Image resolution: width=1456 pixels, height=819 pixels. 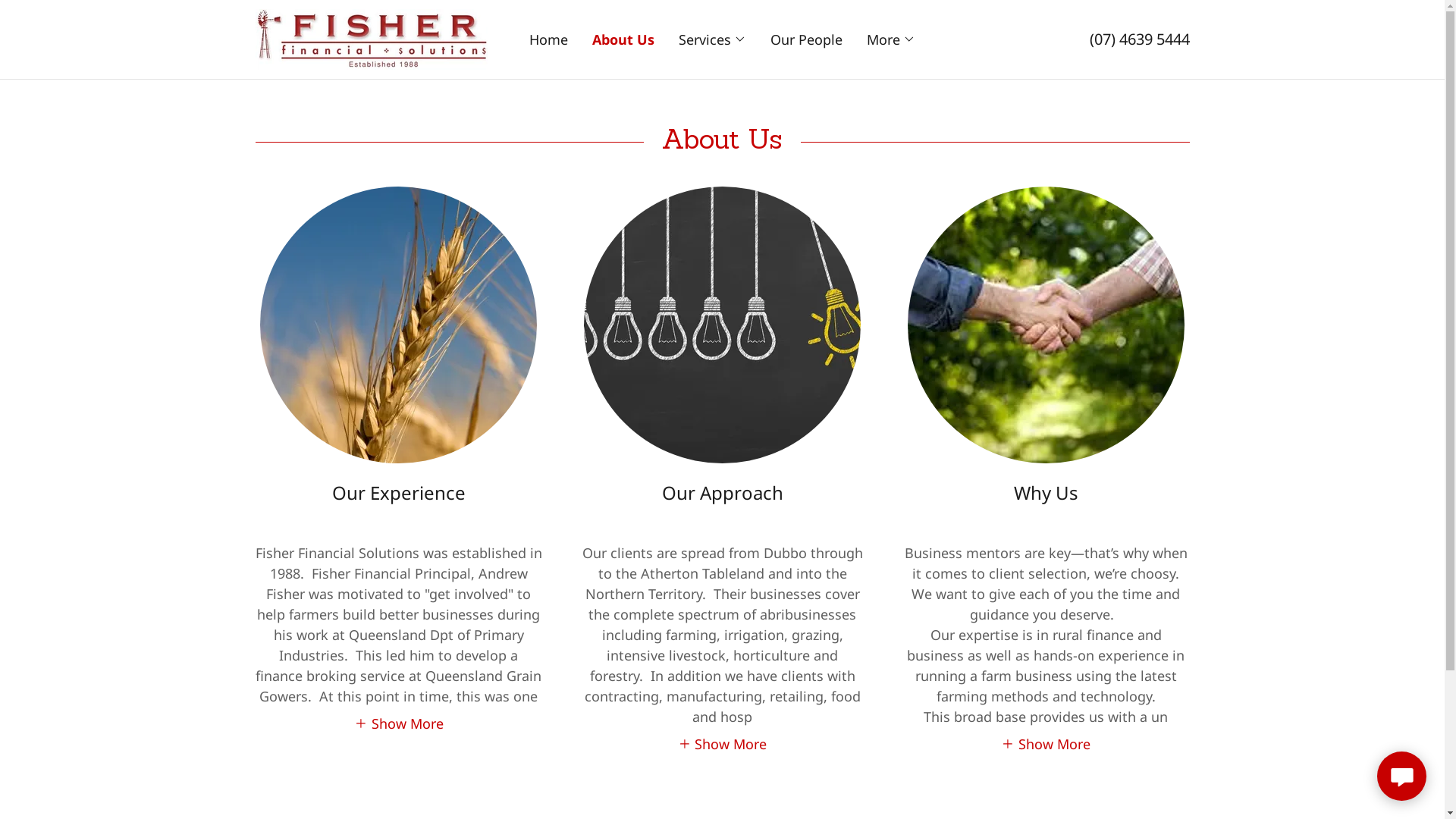 I want to click on 'Fisher Financial Solutions', so click(x=371, y=37).